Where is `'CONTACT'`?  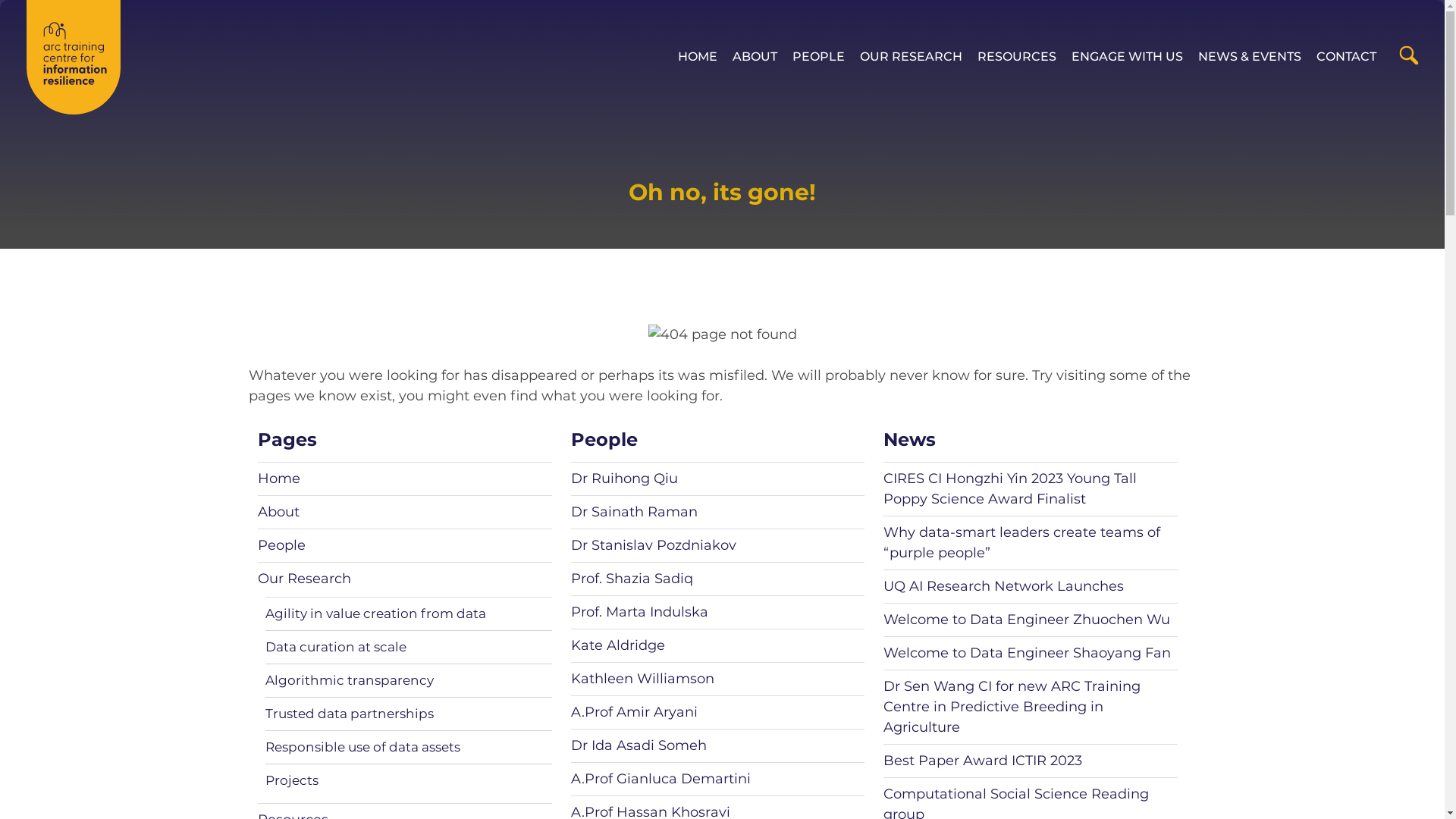 'CONTACT' is located at coordinates (1346, 55).